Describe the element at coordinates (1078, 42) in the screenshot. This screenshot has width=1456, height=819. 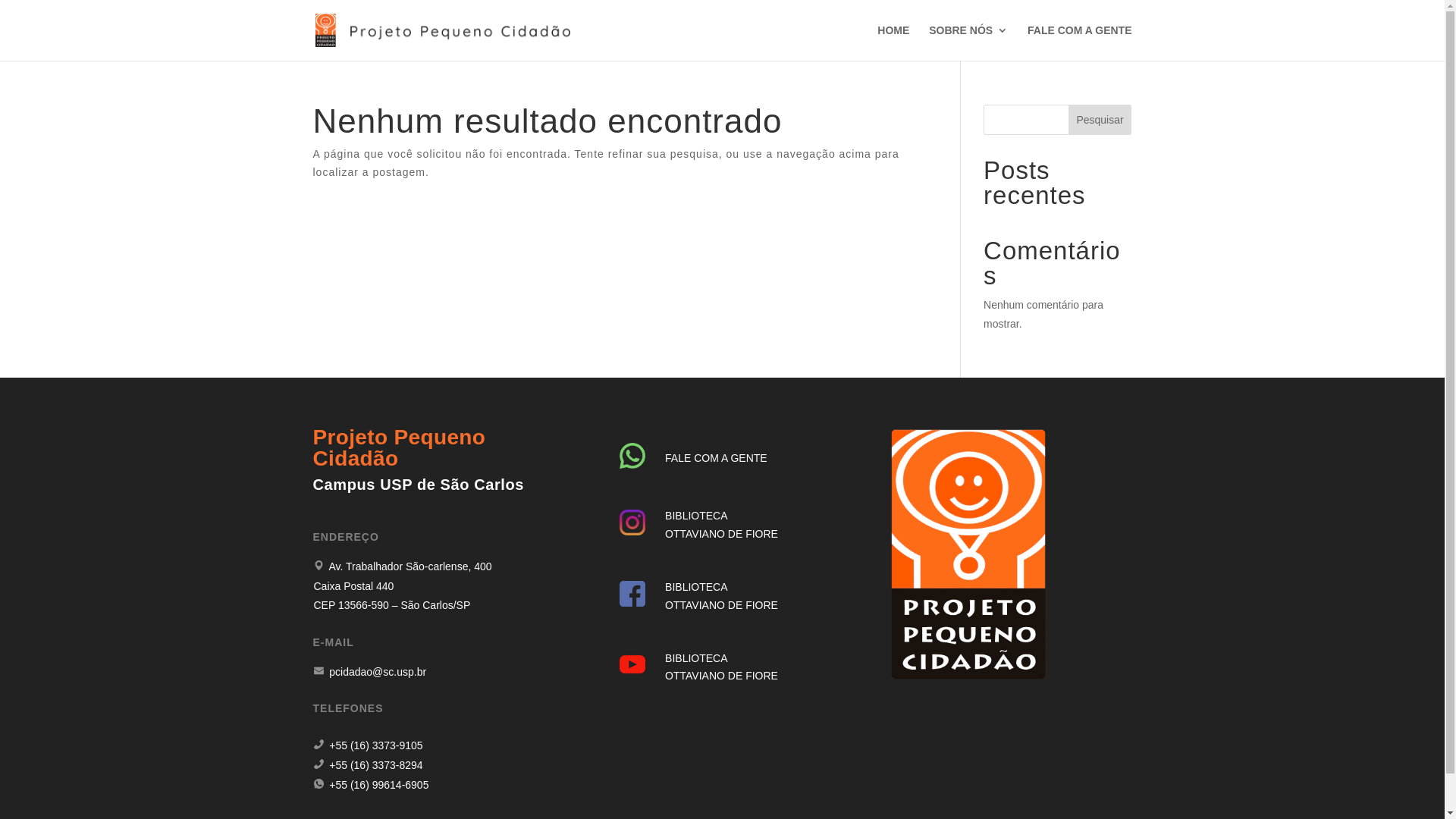
I see `'FALE COM A GENTE'` at that location.